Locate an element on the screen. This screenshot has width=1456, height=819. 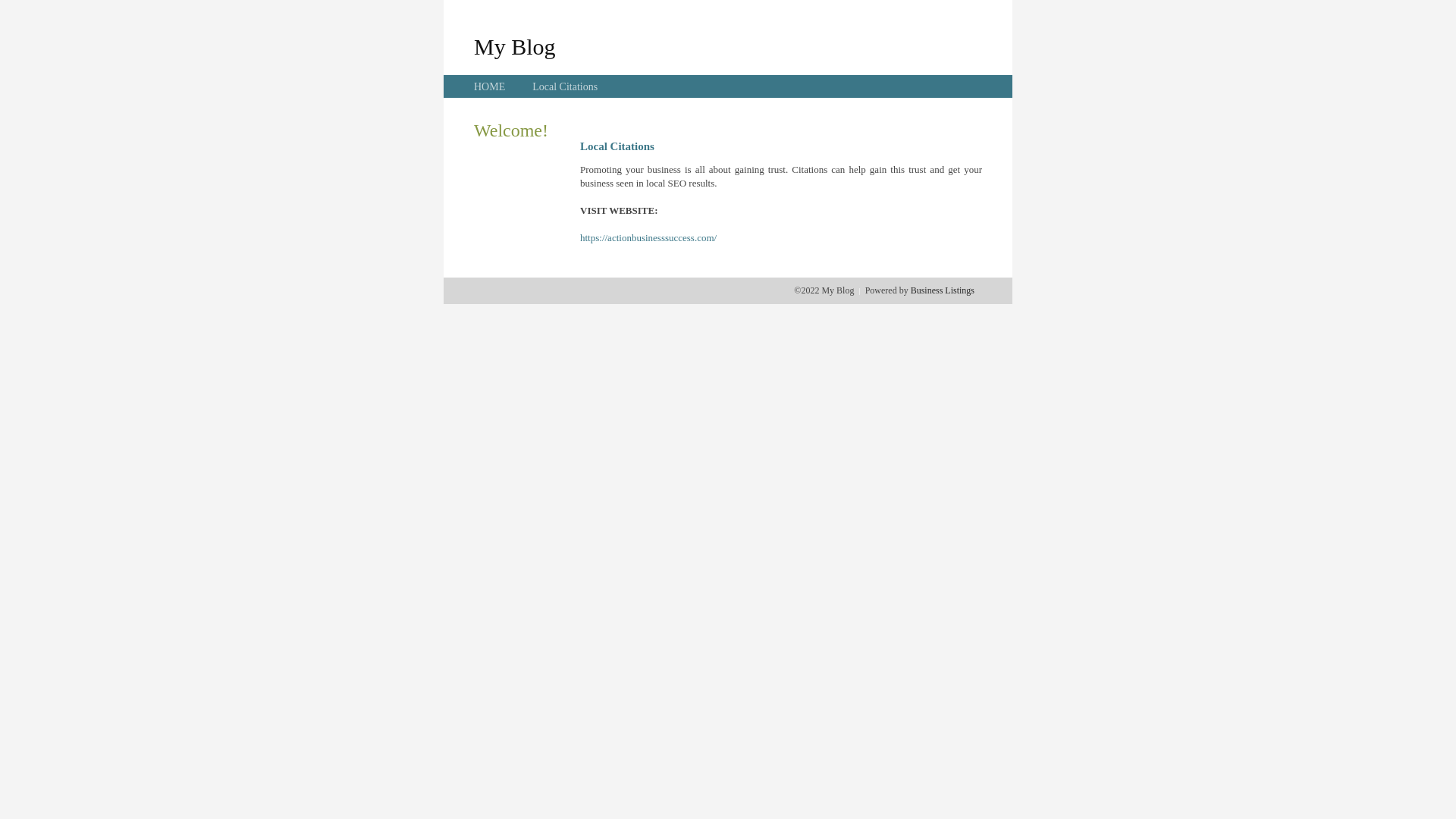
'My Blog' is located at coordinates (514, 45).